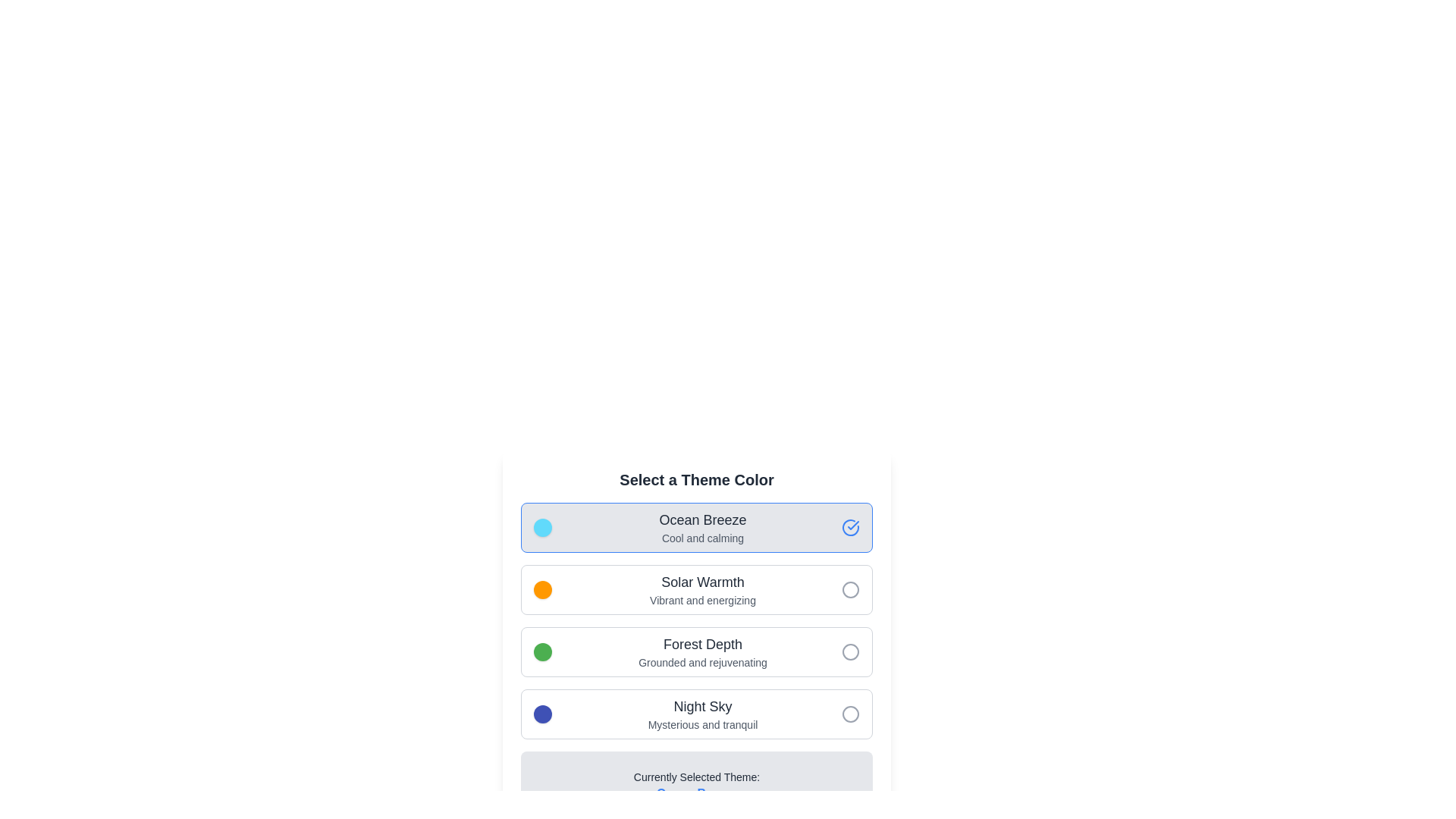  I want to click on the text label displaying the phrase 'Mysterious and tranquil', which is styled in a smaller gray font and positioned below the 'Night Sky' title, so click(701, 724).